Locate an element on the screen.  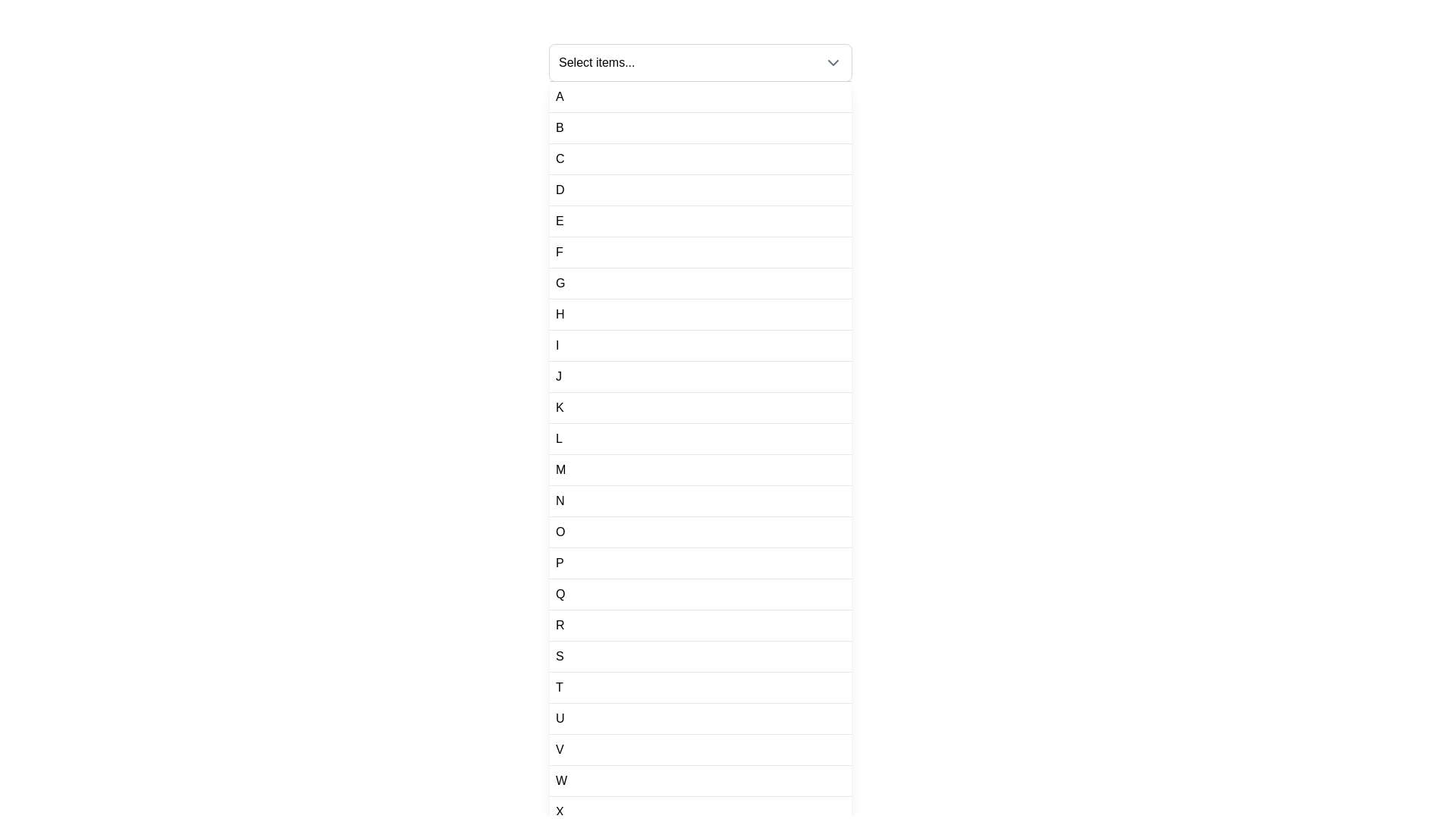
the letter 'P' element displayed in the list, which is styled in black text and positioned between 'O' and 'Q' is located at coordinates (559, 563).